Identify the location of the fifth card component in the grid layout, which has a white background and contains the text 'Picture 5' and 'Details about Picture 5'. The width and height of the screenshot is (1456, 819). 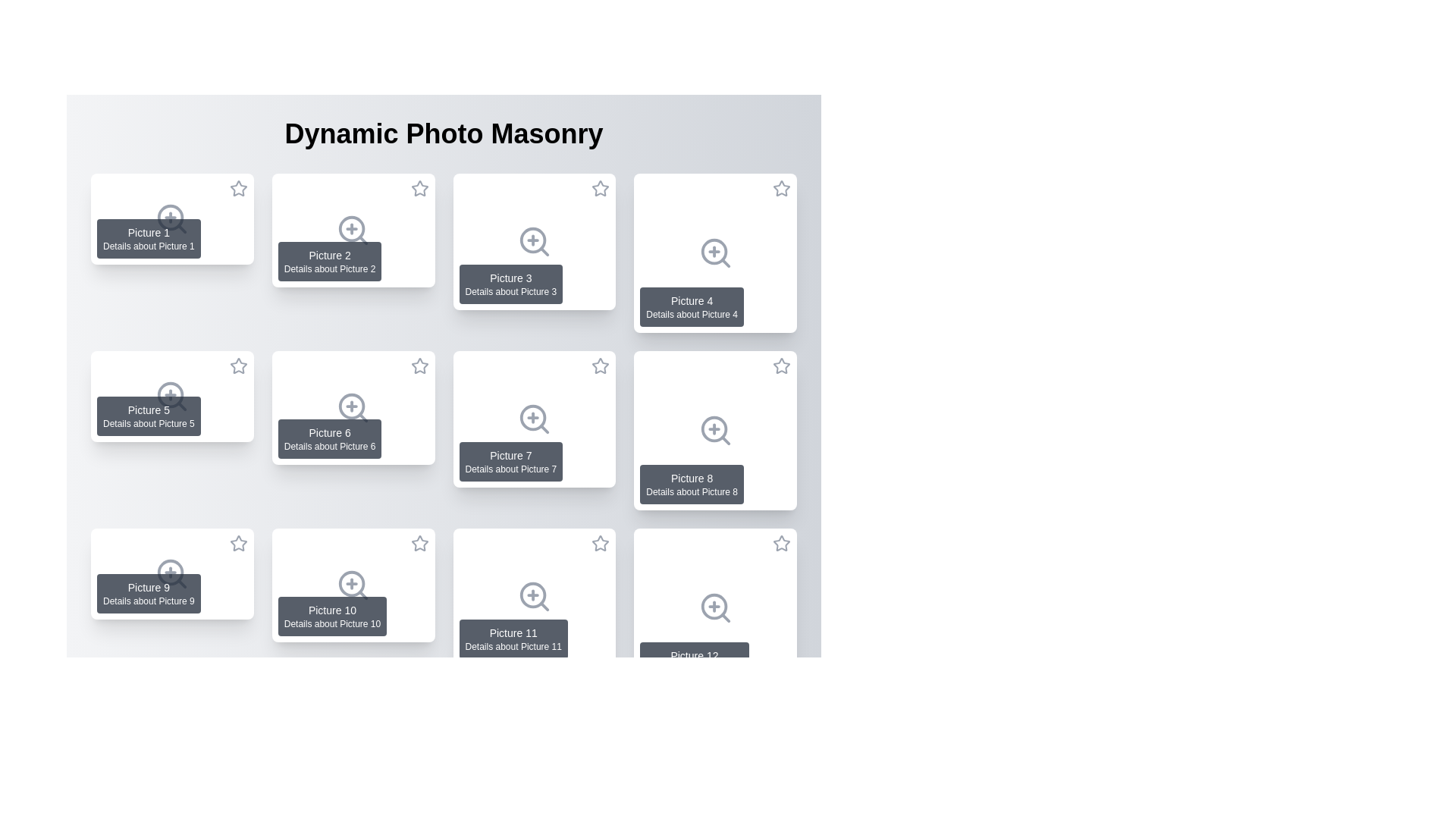
(172, 396).